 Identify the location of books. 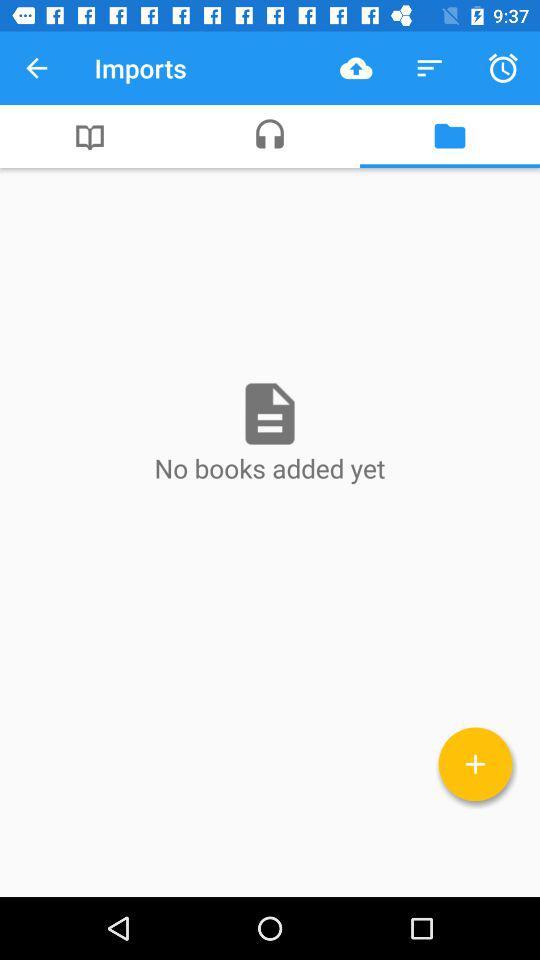
(474, 763).